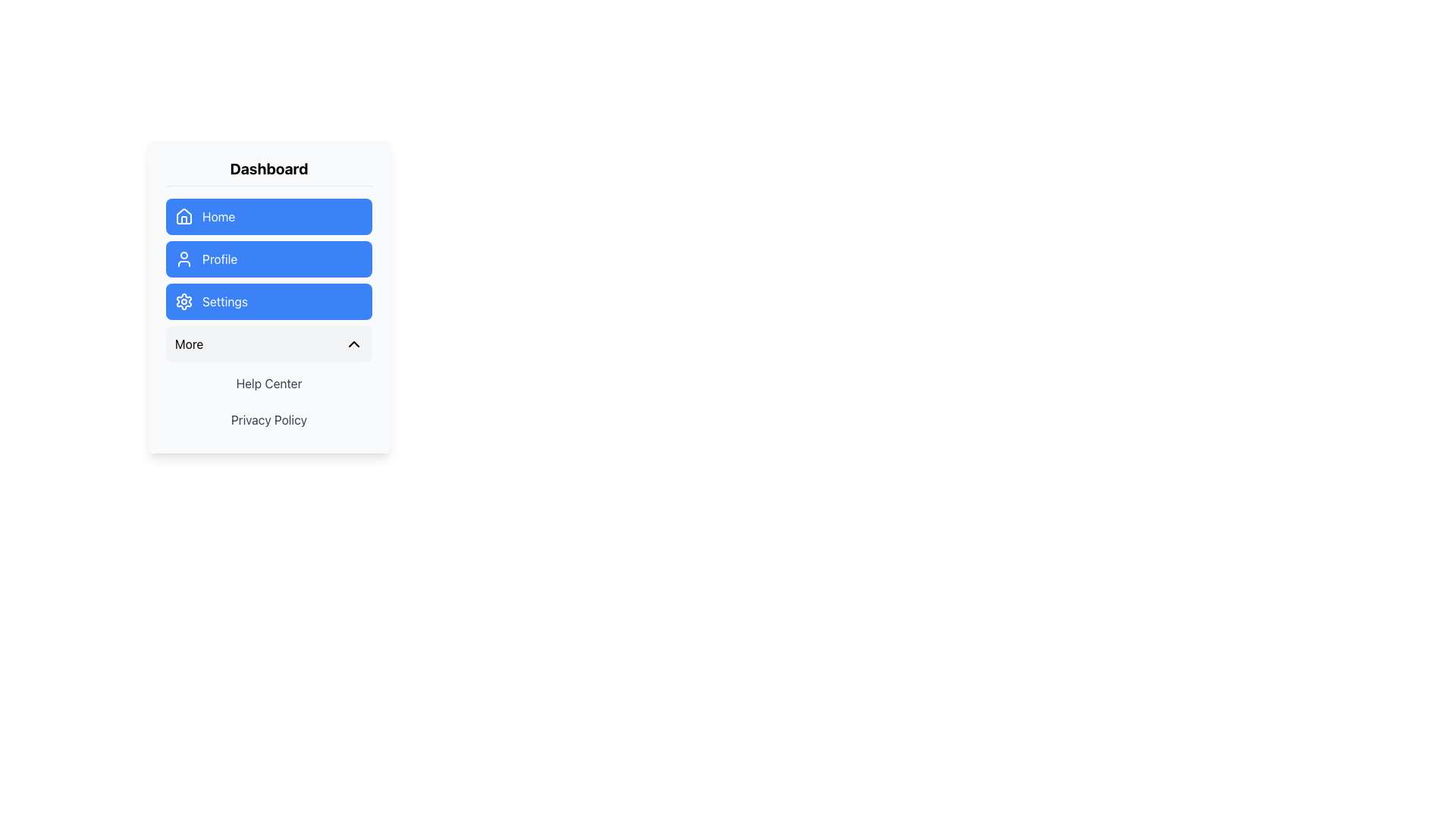 The width and height of the screenshot is (1456, 819). What do you see at coordinates (269, 382) in the screenshot?
I see `the navigational link labeled 'Help Center' located under the 'More' section, above the 'Privacy Policy' link` at bounding box center [269, 382].